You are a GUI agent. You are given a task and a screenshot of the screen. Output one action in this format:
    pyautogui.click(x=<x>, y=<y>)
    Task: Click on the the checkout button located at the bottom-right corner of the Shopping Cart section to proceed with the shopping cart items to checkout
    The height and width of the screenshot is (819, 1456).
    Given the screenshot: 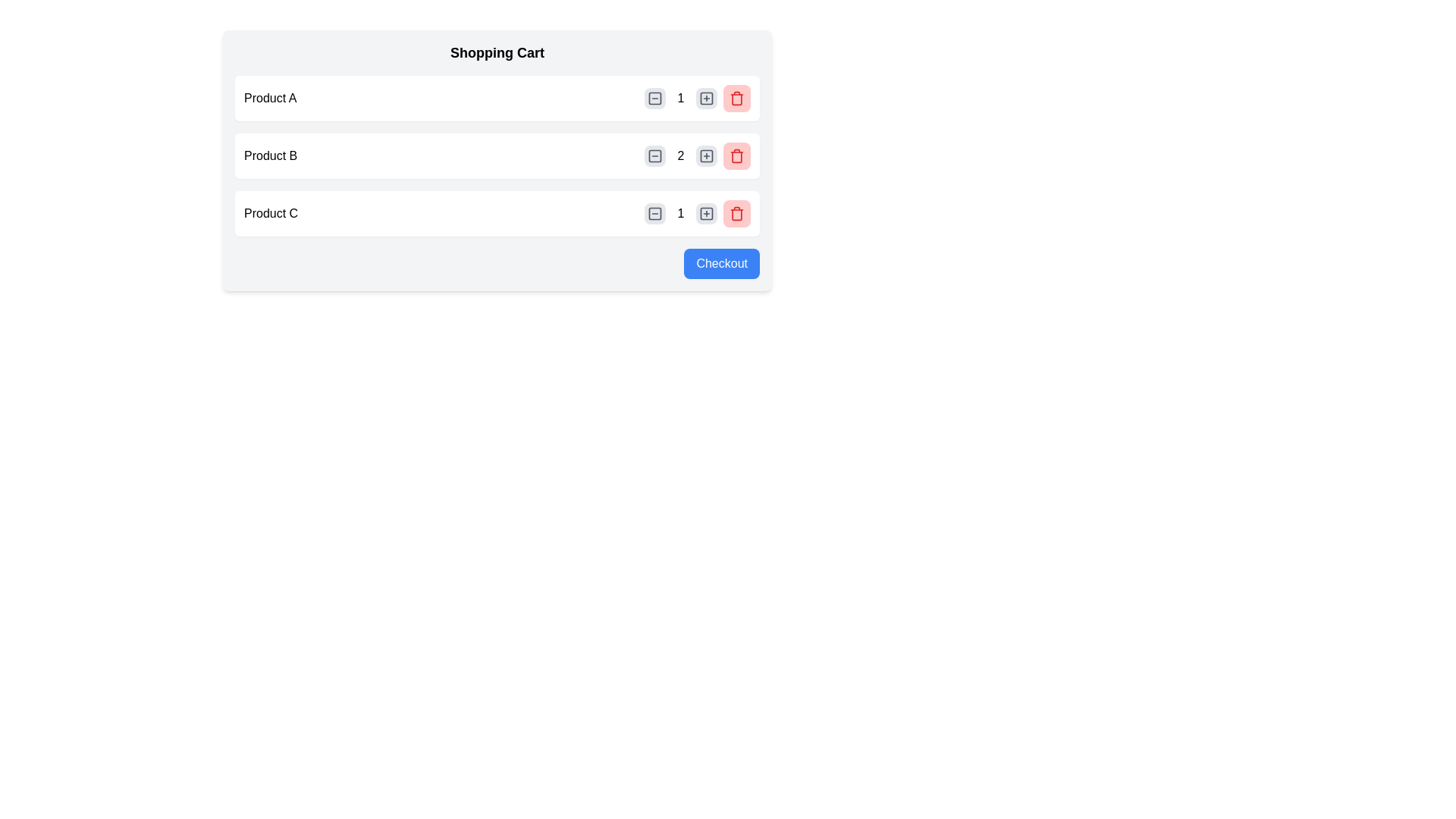 What is the action you would take?
    pyautogui.click(x=721, y=262)
    